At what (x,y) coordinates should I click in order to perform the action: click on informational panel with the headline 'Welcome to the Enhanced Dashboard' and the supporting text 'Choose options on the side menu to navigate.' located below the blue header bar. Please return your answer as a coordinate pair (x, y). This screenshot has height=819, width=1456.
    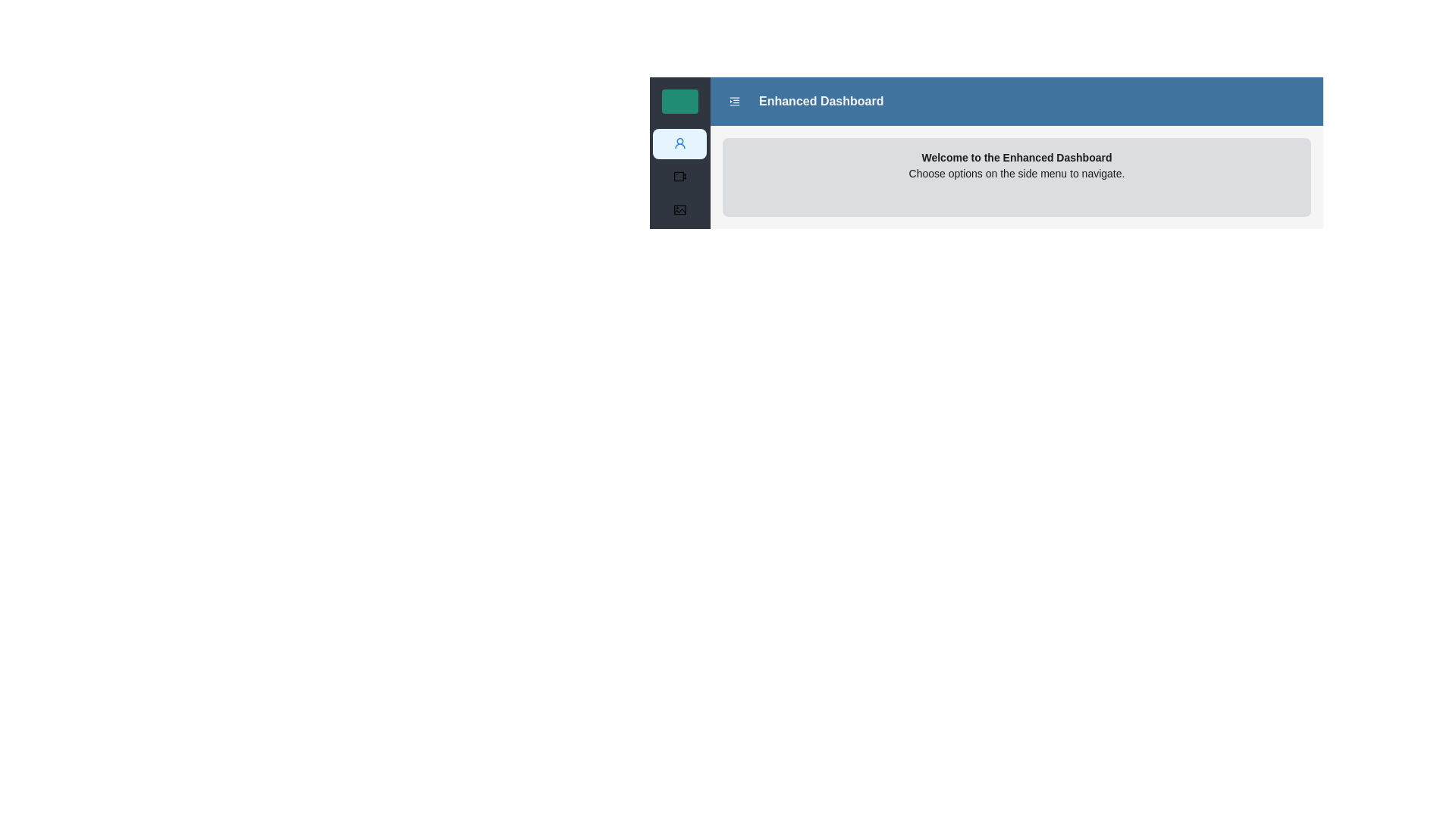
    Looking at the image, I should click on (1016, 177).